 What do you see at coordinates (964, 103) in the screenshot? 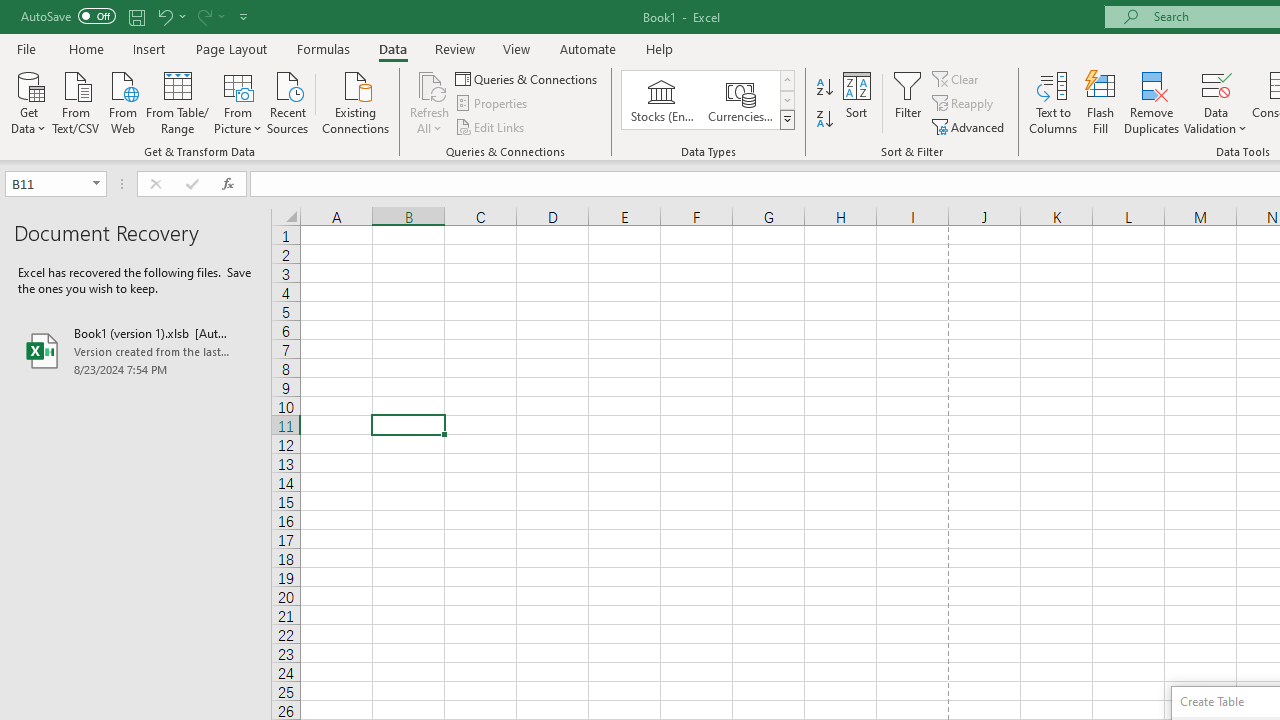
I see `'Reapply'` at bounding box center [964, 103].